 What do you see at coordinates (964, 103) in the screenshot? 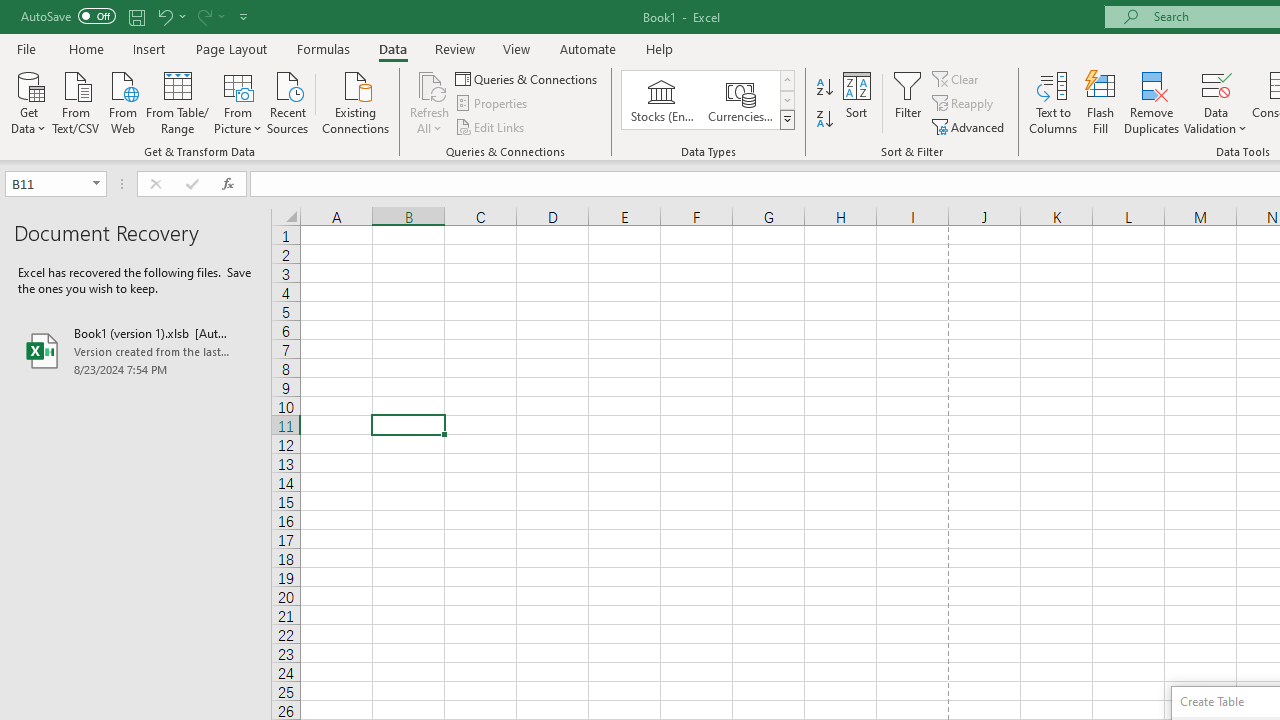
I see `'Reapply'` at bounding box center [964, 103].